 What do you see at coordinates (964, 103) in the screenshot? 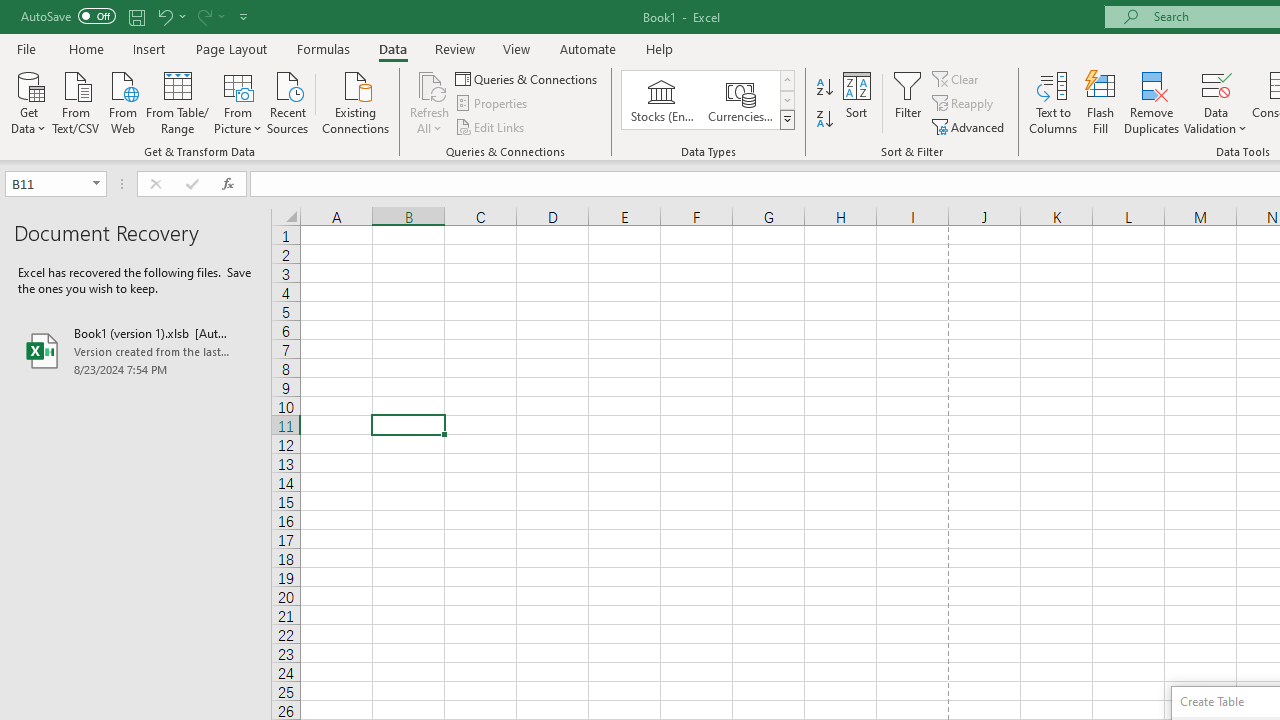
I see `'Reapply'` at bounding box center [964, 103].